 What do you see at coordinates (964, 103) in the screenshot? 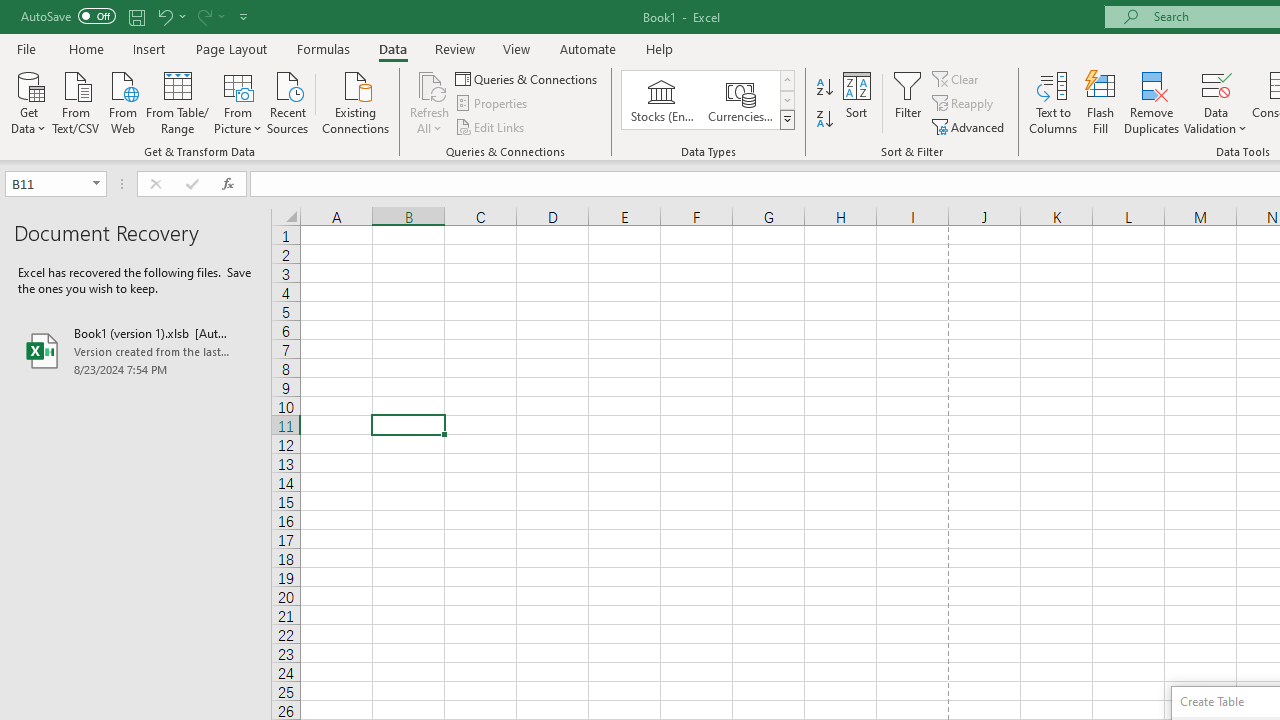
I see `'Reapply'` at bounding box center [964, 103].